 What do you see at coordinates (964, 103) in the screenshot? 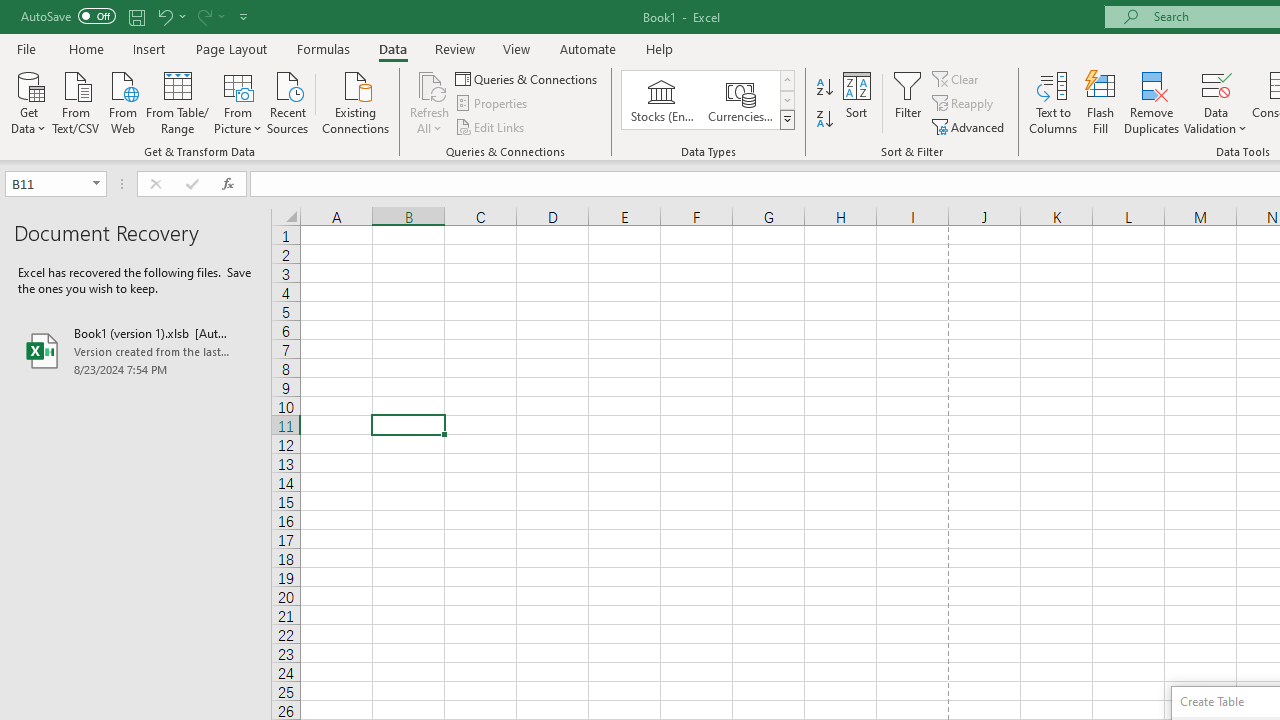
I see `'Reapply'` at bounding box center [964, 103].